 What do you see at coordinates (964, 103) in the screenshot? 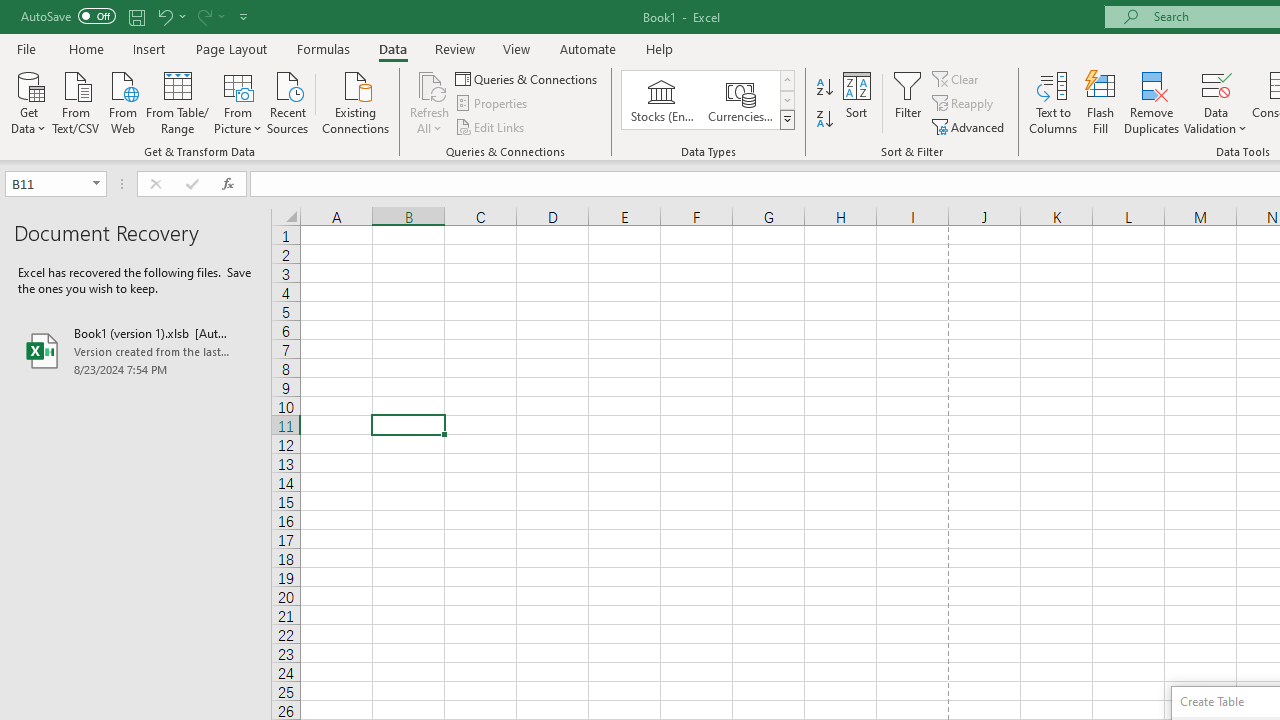
I see `'Reapply'` at bounding box center [964, 103].